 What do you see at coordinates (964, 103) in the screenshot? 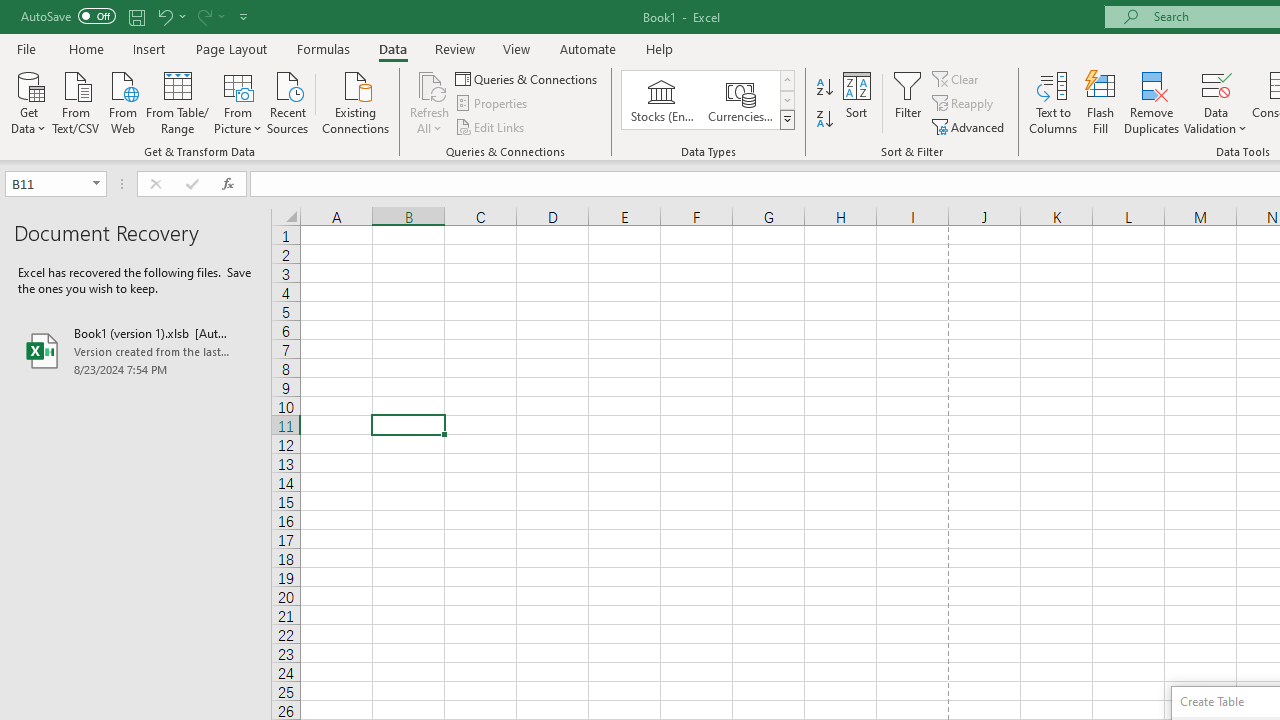
I see `'Reapply'` at bounding box center [964, 103].